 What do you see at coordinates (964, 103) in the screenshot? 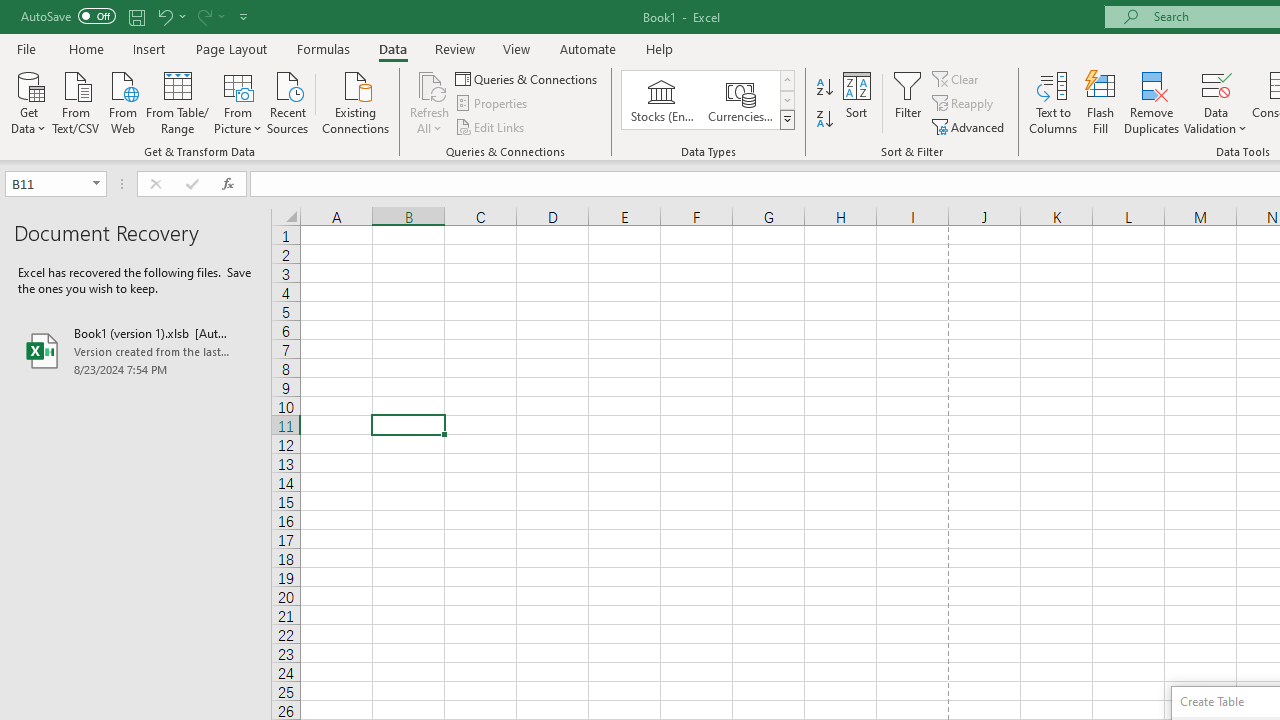
I see `'Reapply'` at bounding box center [964, 103].